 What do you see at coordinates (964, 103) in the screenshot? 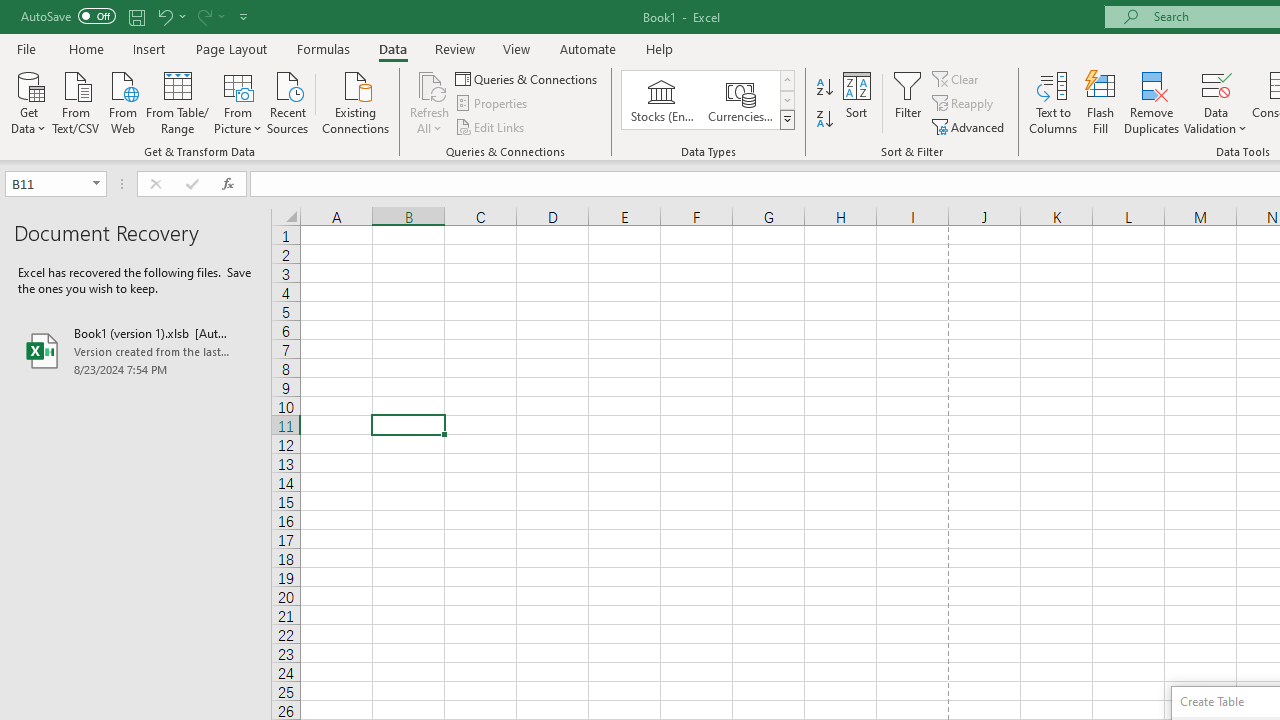
I see `'Reapply'` at bounding box center [964, 103].